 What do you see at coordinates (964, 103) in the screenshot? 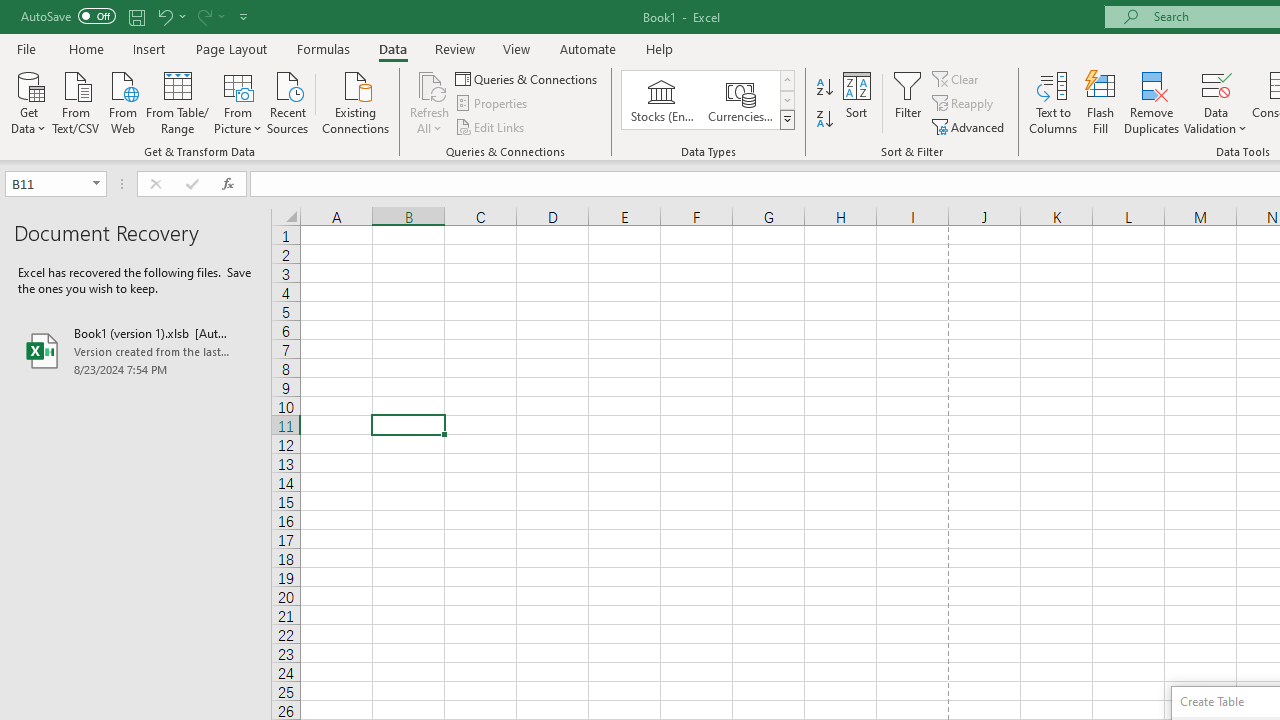
I see `'Reapply'` at bounding box center [964, 103].